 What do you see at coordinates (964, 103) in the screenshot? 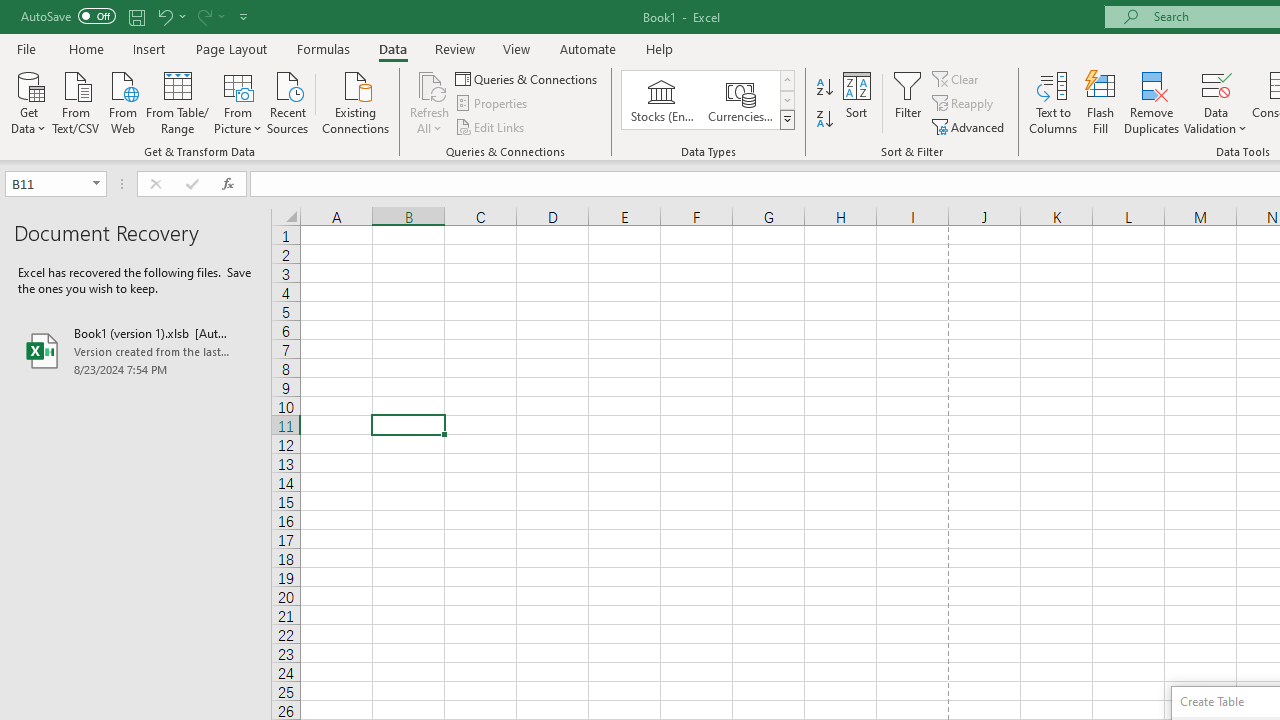
I see `'Reapply'` at bounding box center [964, 103].